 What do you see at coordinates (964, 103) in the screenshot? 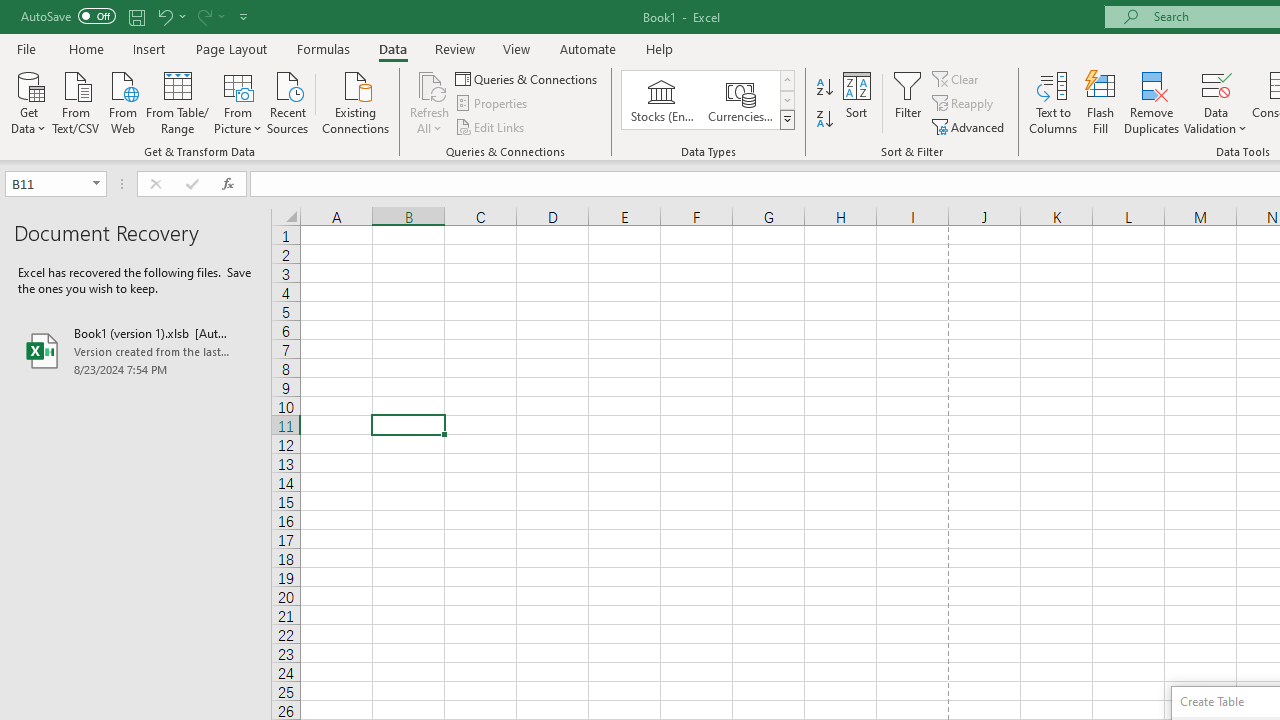
I see `'Reapply'` at bounding box center [964, 103].